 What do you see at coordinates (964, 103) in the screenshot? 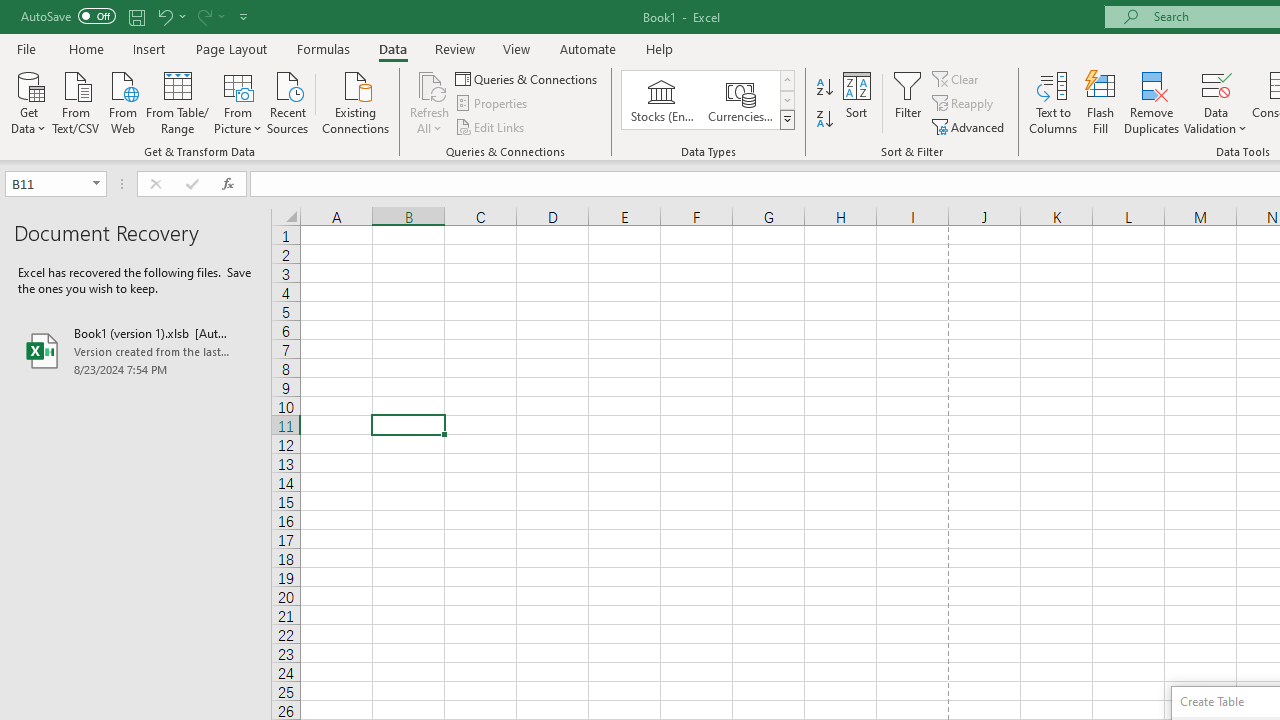
I see `'Reapply'` at bounding box center [964, 103].